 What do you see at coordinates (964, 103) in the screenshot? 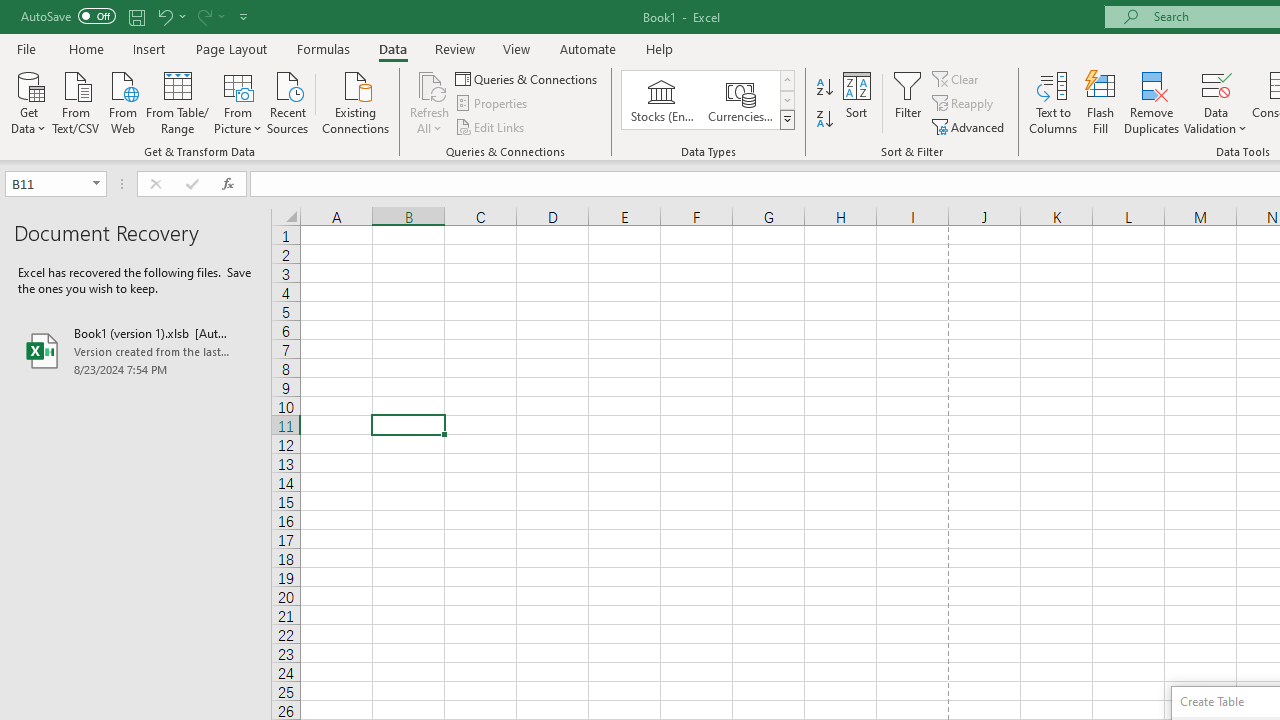
I see `'Reapply'` at bounding box center [964, 103].